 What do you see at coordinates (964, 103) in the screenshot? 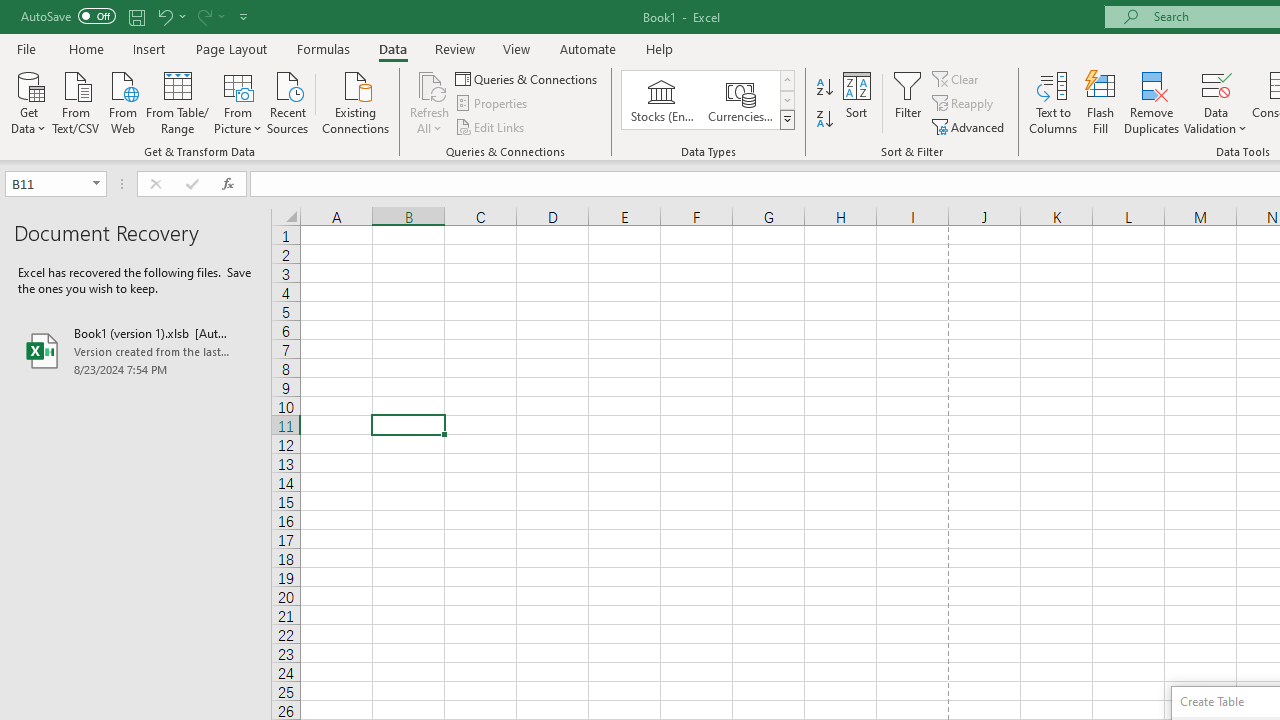
I see `'Reapply'` at bounding box center [964, 103].